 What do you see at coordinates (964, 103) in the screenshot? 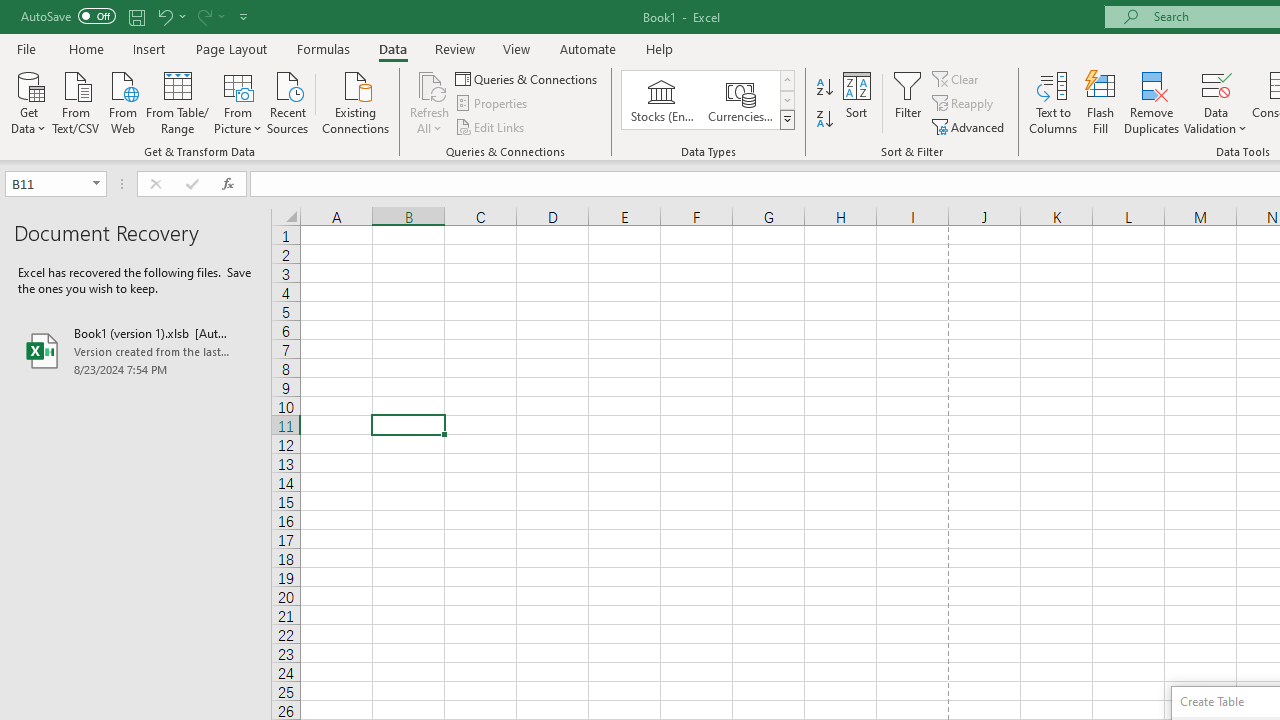
I see `'Reapply'` at bounding box center [964, 103].